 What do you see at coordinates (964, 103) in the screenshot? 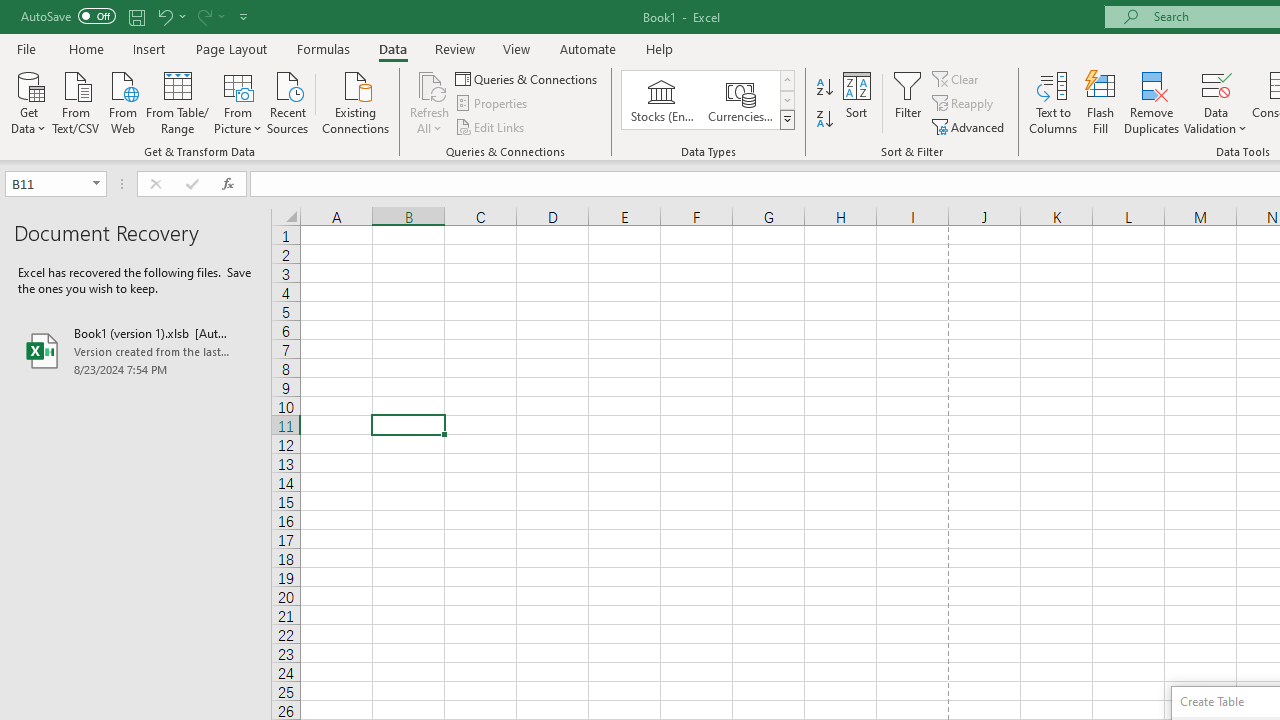
I see `'Reapply'` at bounding box center [964, 103].